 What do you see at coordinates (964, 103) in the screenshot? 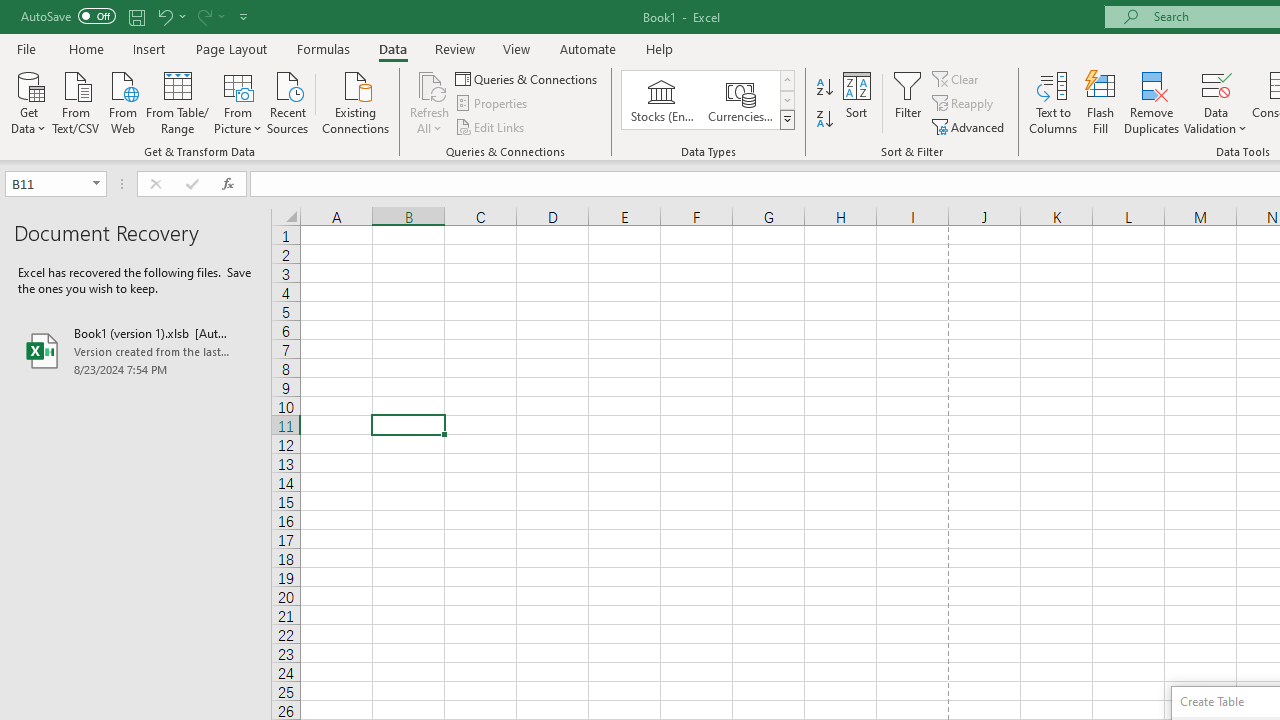
I see `'Reapply'` at bounding box center [964, 103].